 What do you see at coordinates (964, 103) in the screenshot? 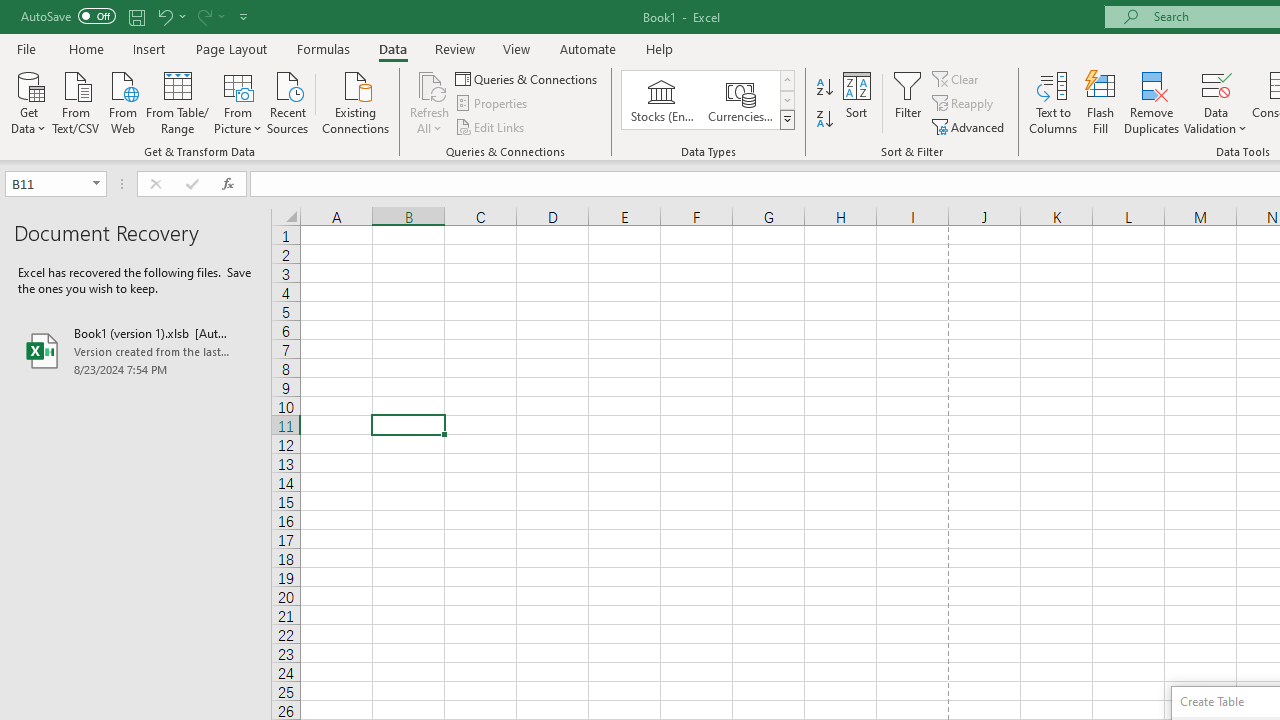
I see `'Reapply'` at bounding box center [964, 103].